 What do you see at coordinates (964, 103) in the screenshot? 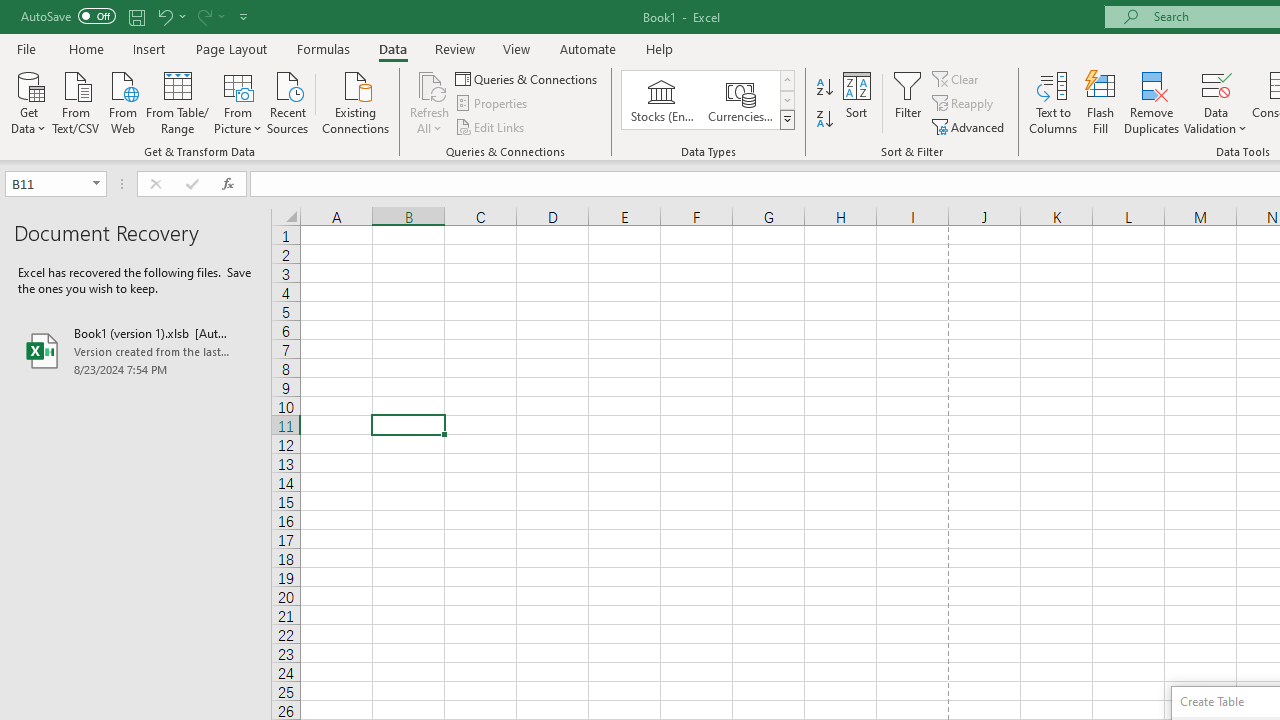
I see `'Reapply'` at bounding box center [964, 103].